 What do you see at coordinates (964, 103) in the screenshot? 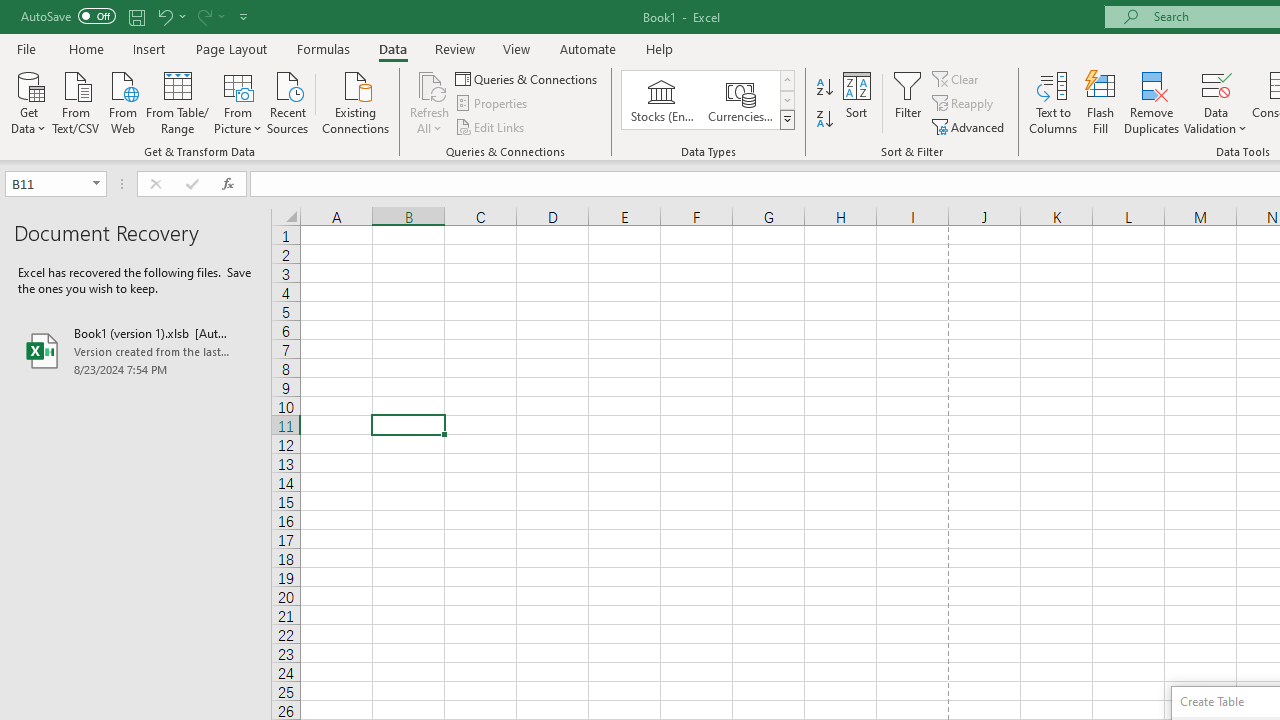
I see `'Reapply'` at bounding box center [964, 103].